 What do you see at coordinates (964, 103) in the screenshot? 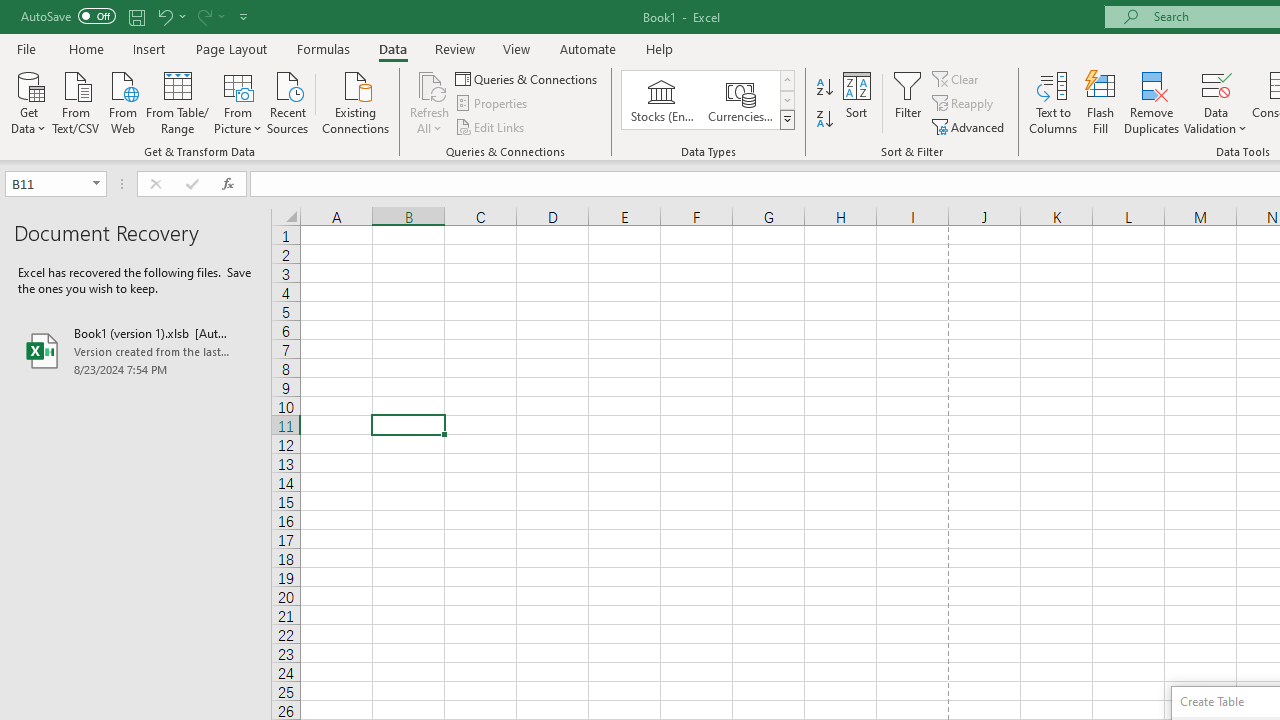
I see `'Reapply'` at bounding box center [964, 103].